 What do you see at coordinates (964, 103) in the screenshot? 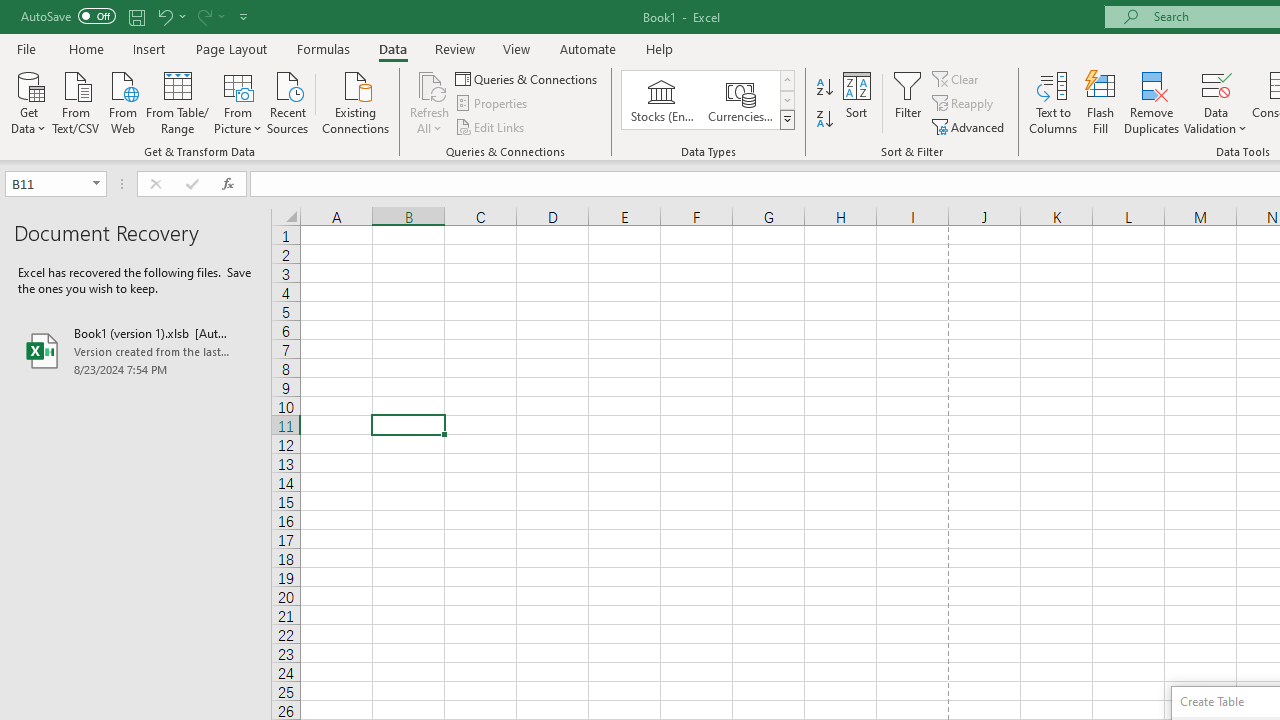
I see `'Reapply'` at bounding box center [964, 103].